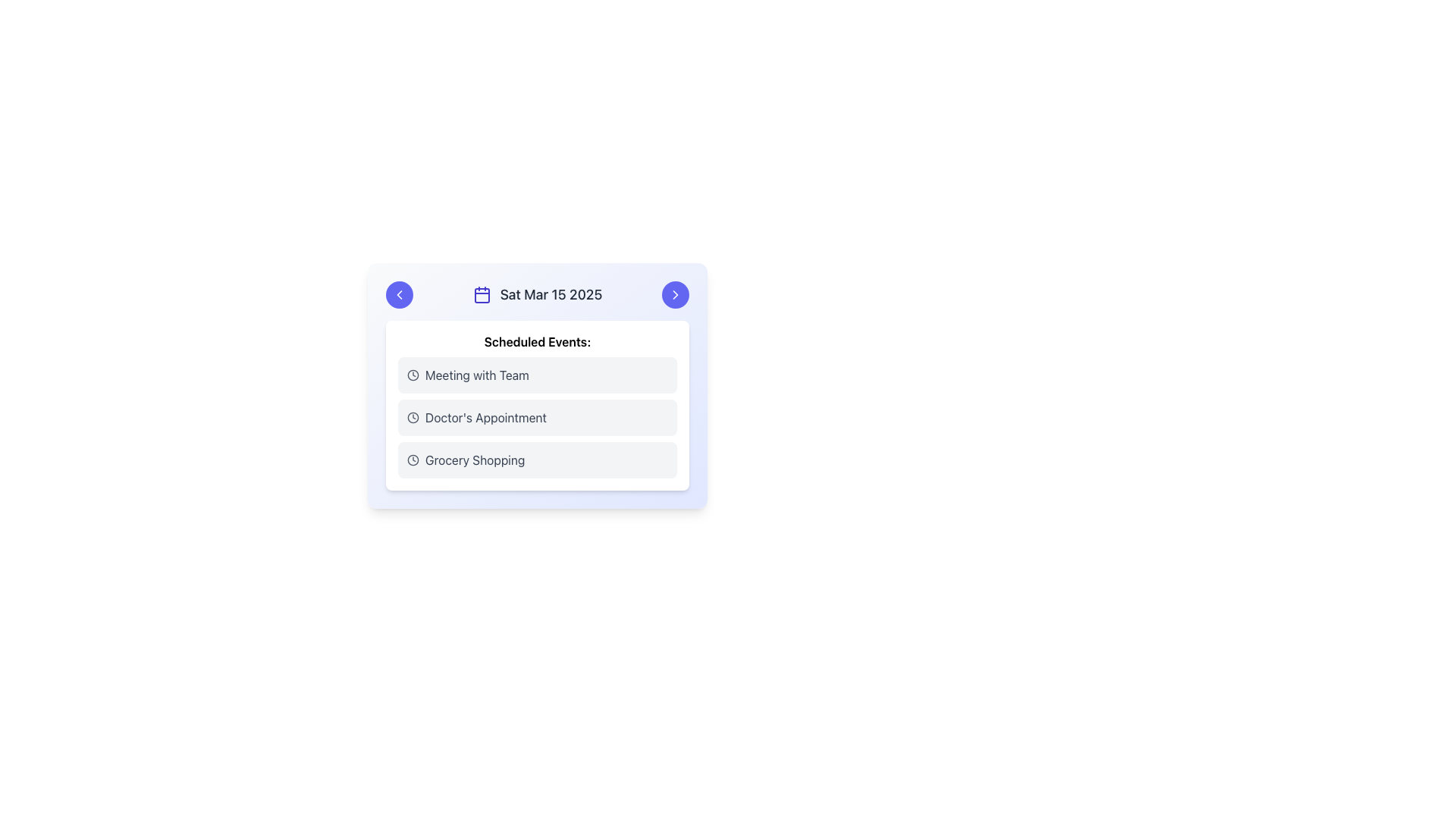  Describe the element at coordinates (400, 295) in the screenshot. I see `the button located at the top-left corner of the card component, which allows navigation to the previous date in the calendar application, to trigger a background color change` at that location.